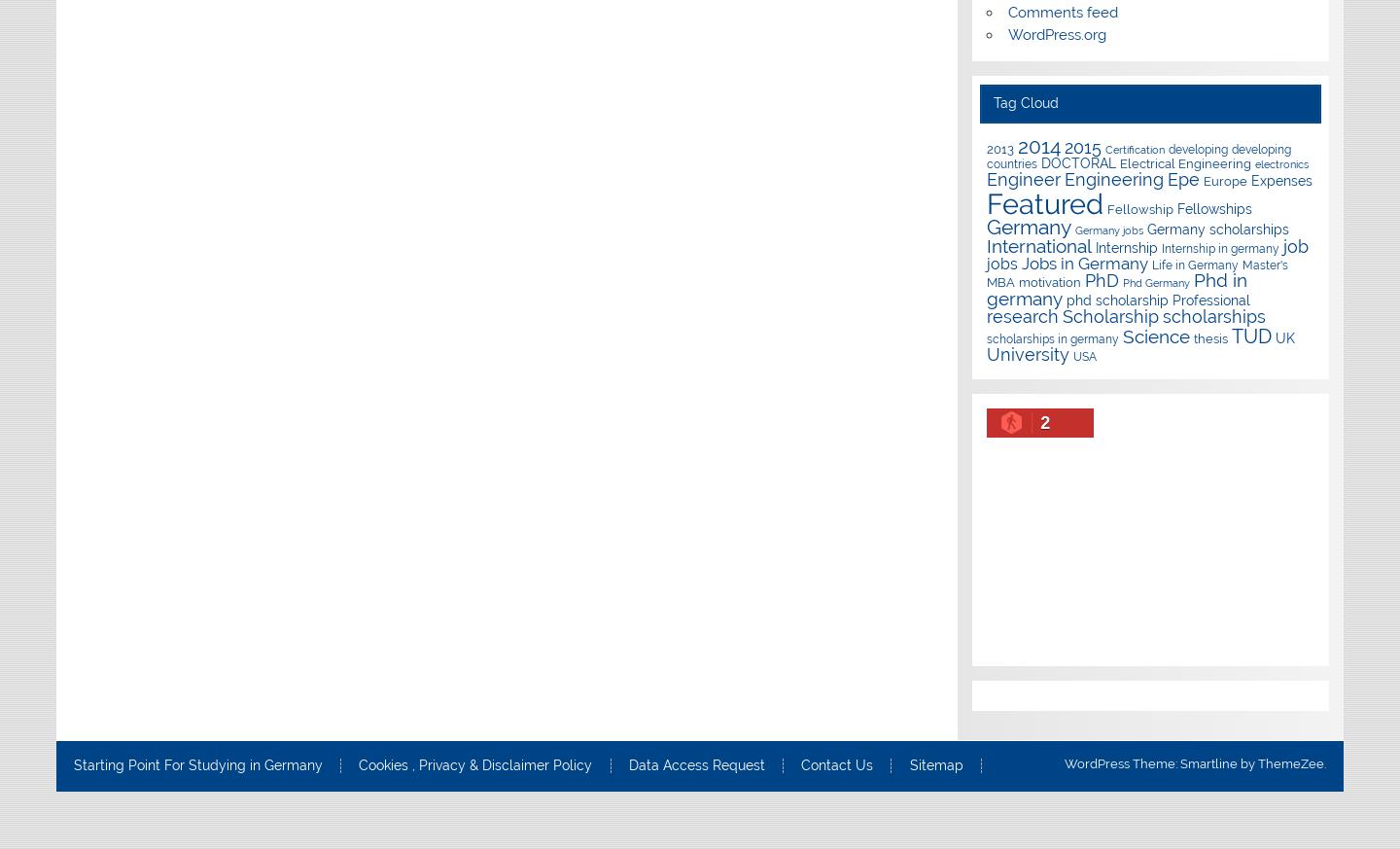 This screenshot has width=1400, height=849. Describe the element at coordinates (1055, 33) in the screenshot. I see `'WordPress.org'` at that location.